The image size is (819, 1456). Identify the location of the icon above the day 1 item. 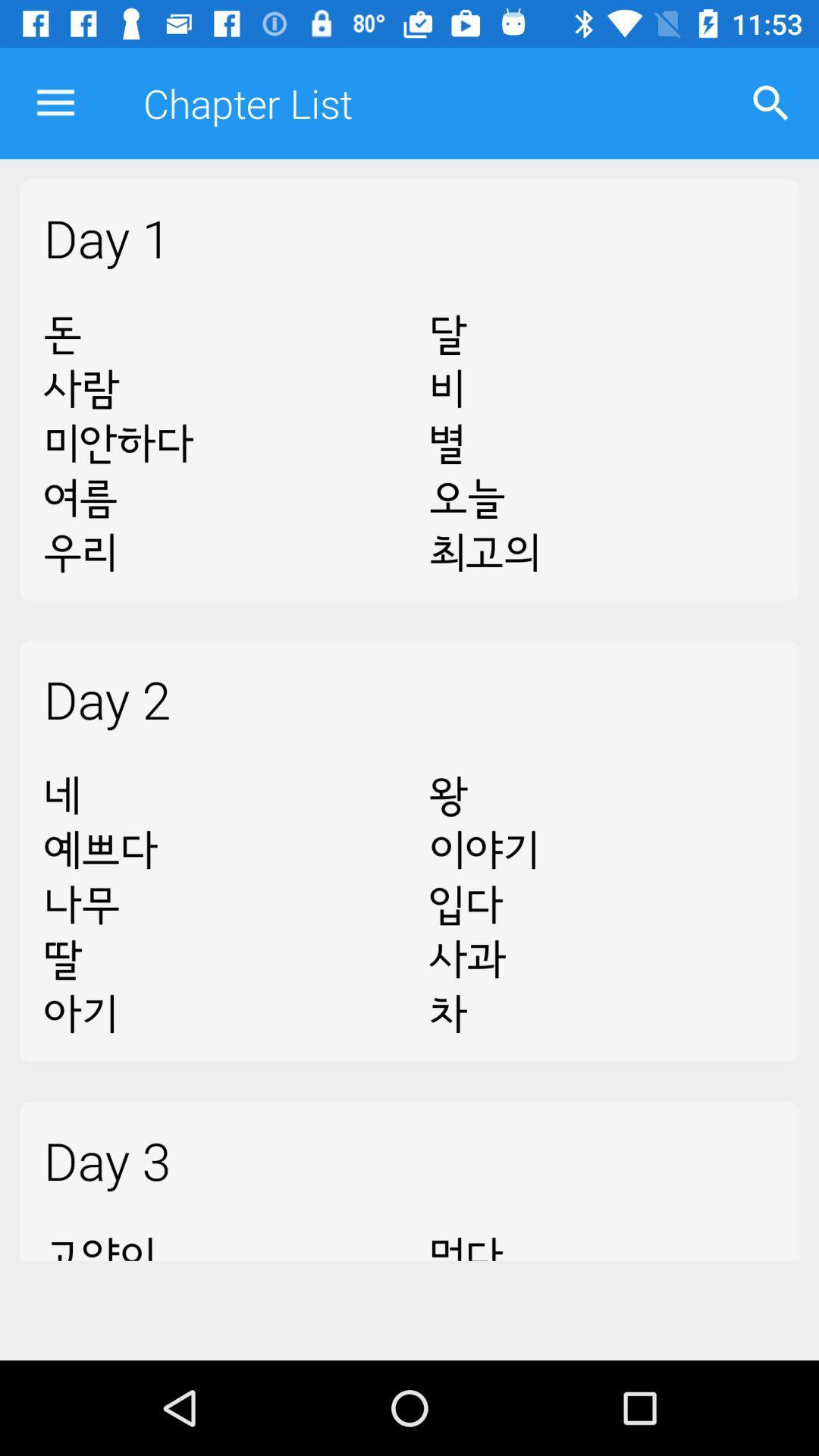
(771, 102).